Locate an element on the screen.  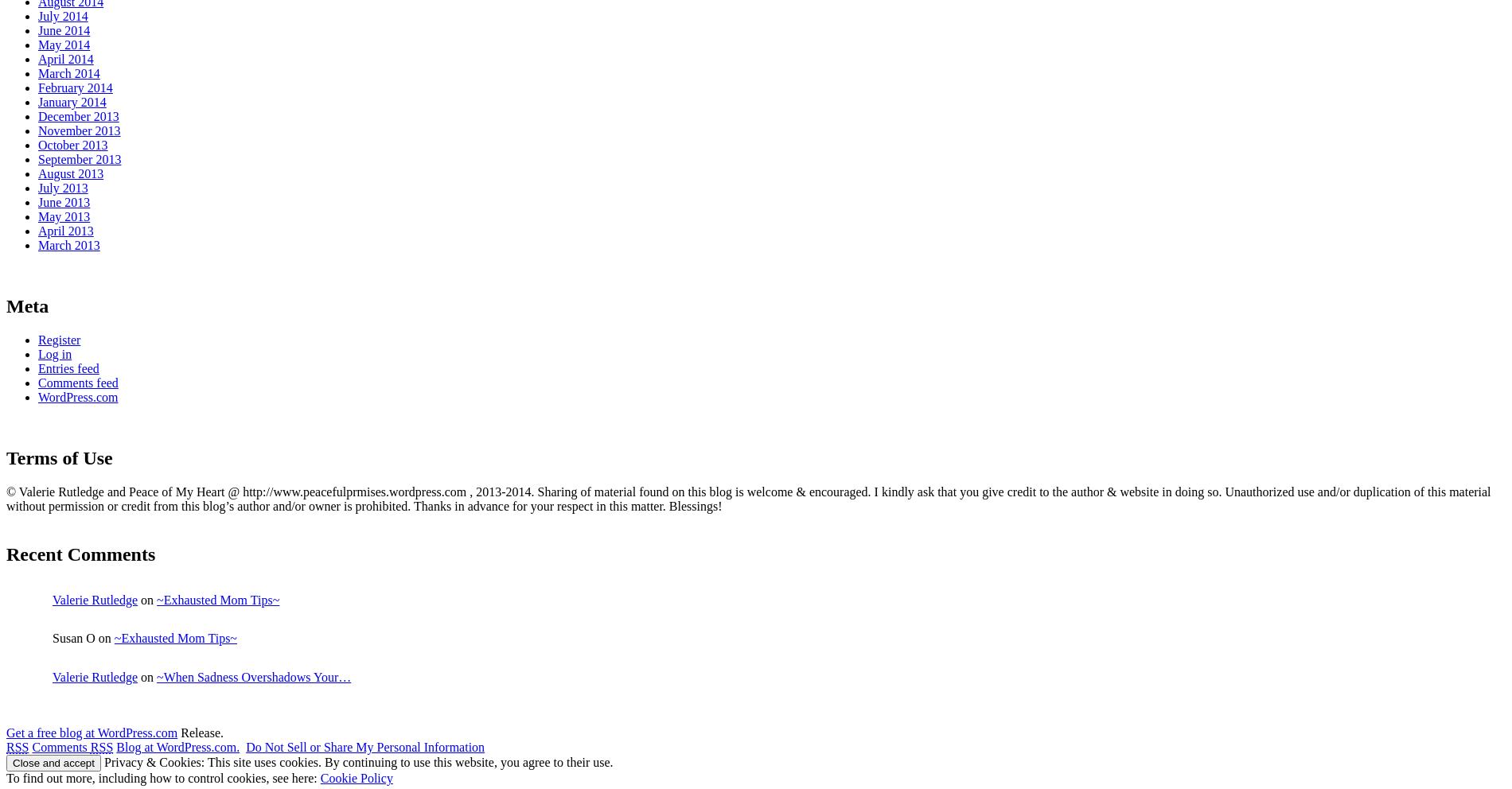
'Susan O on' is located at coordinates (83, 637).